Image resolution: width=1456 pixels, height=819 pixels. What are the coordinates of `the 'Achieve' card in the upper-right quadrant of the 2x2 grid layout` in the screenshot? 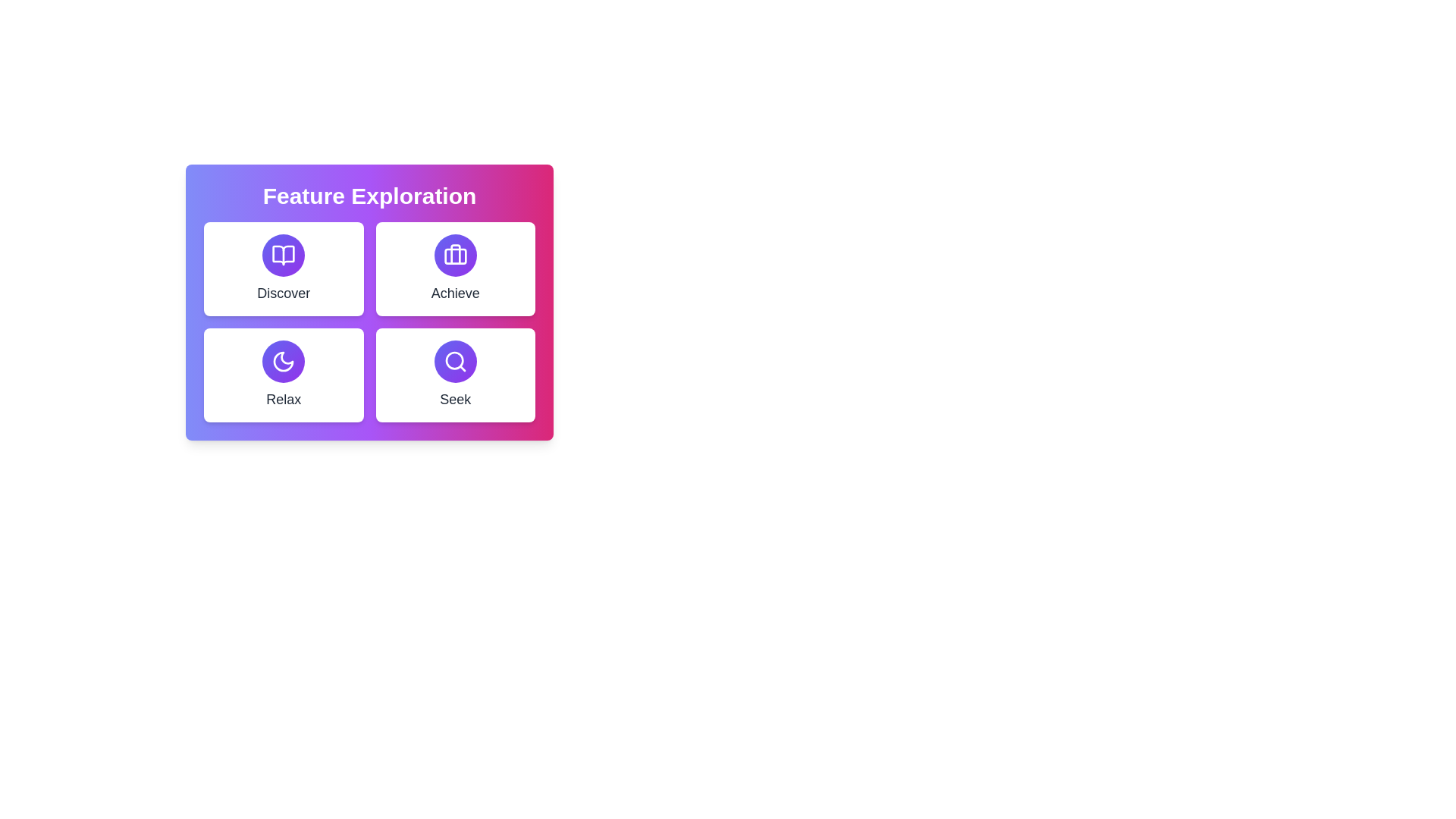 It's located at (454, 268).